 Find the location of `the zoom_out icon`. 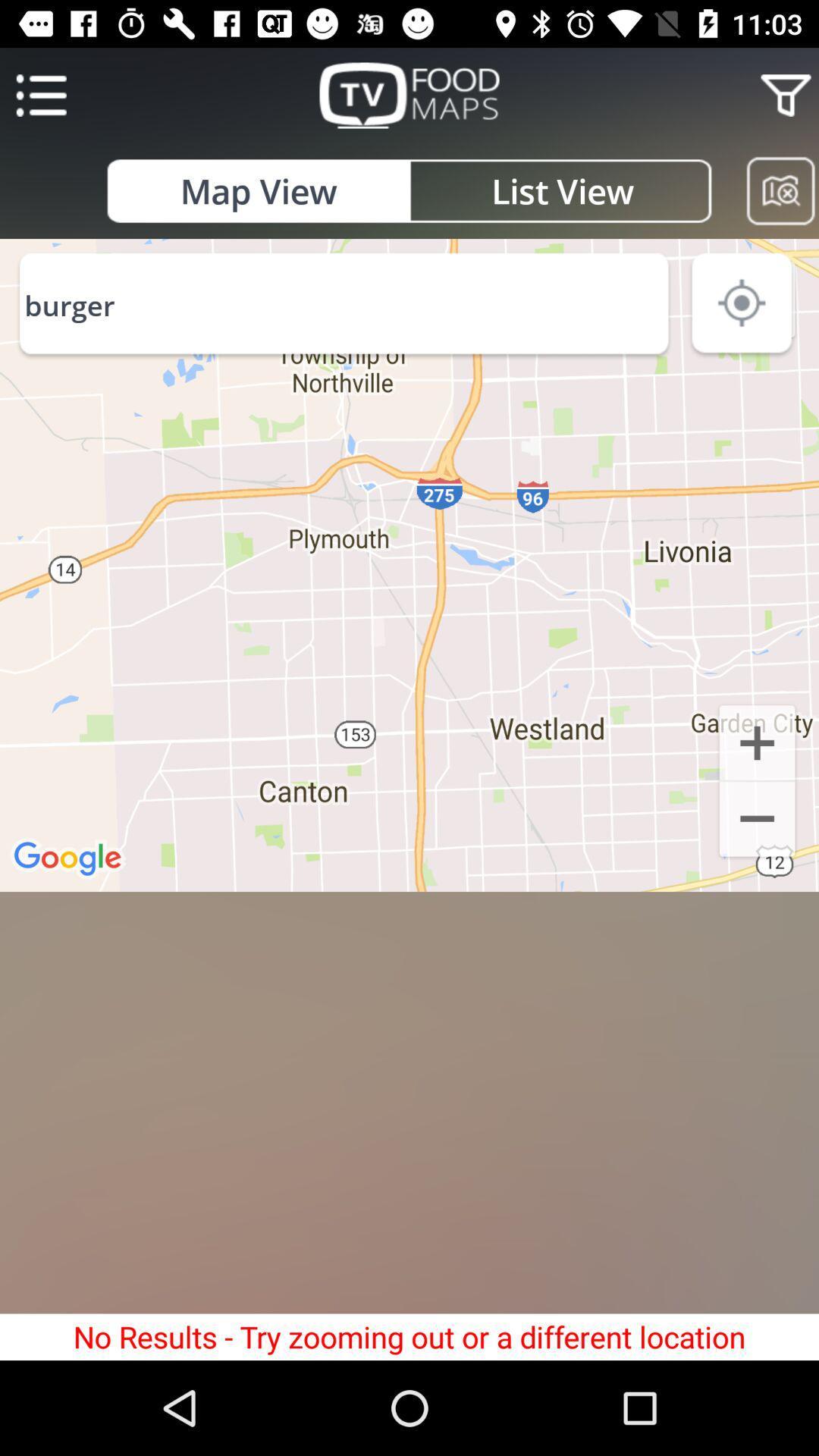

the zoom_out icon is located at coordinates (757, 821).